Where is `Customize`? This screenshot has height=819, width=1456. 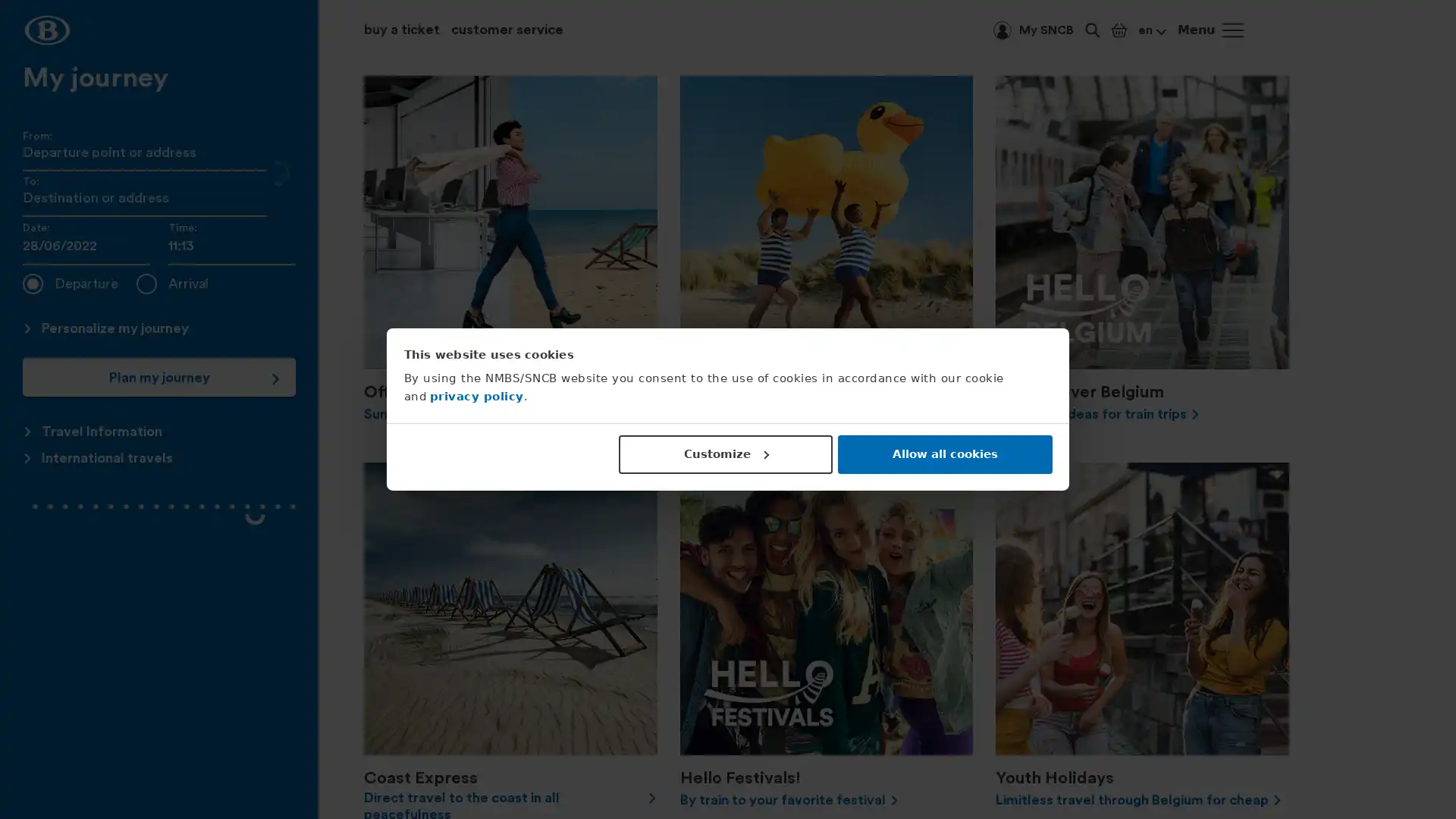
Customize is located at coordinates (723, 453).